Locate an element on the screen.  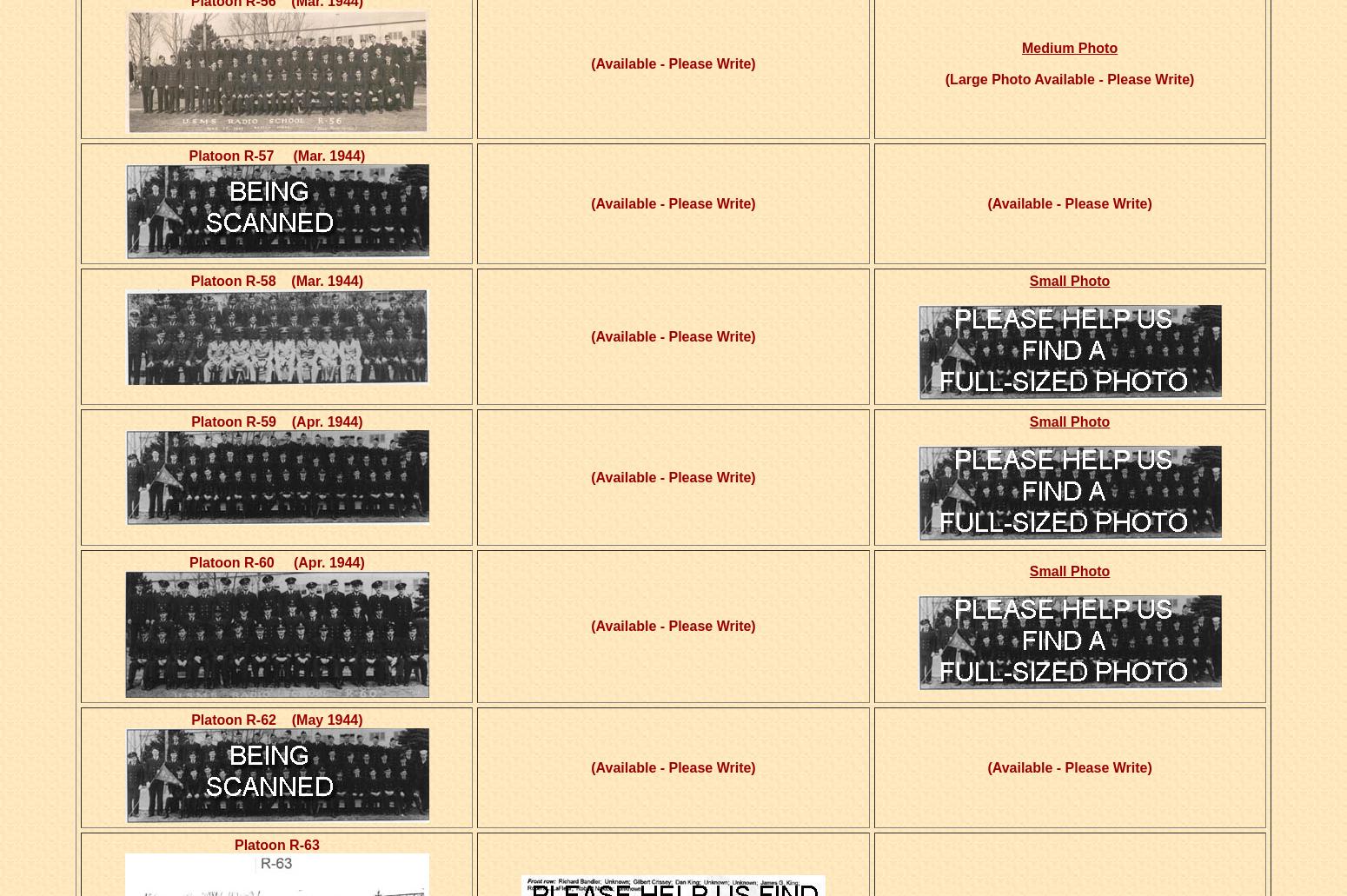
'Platoon R-63' is located at coordinates (275, 844).